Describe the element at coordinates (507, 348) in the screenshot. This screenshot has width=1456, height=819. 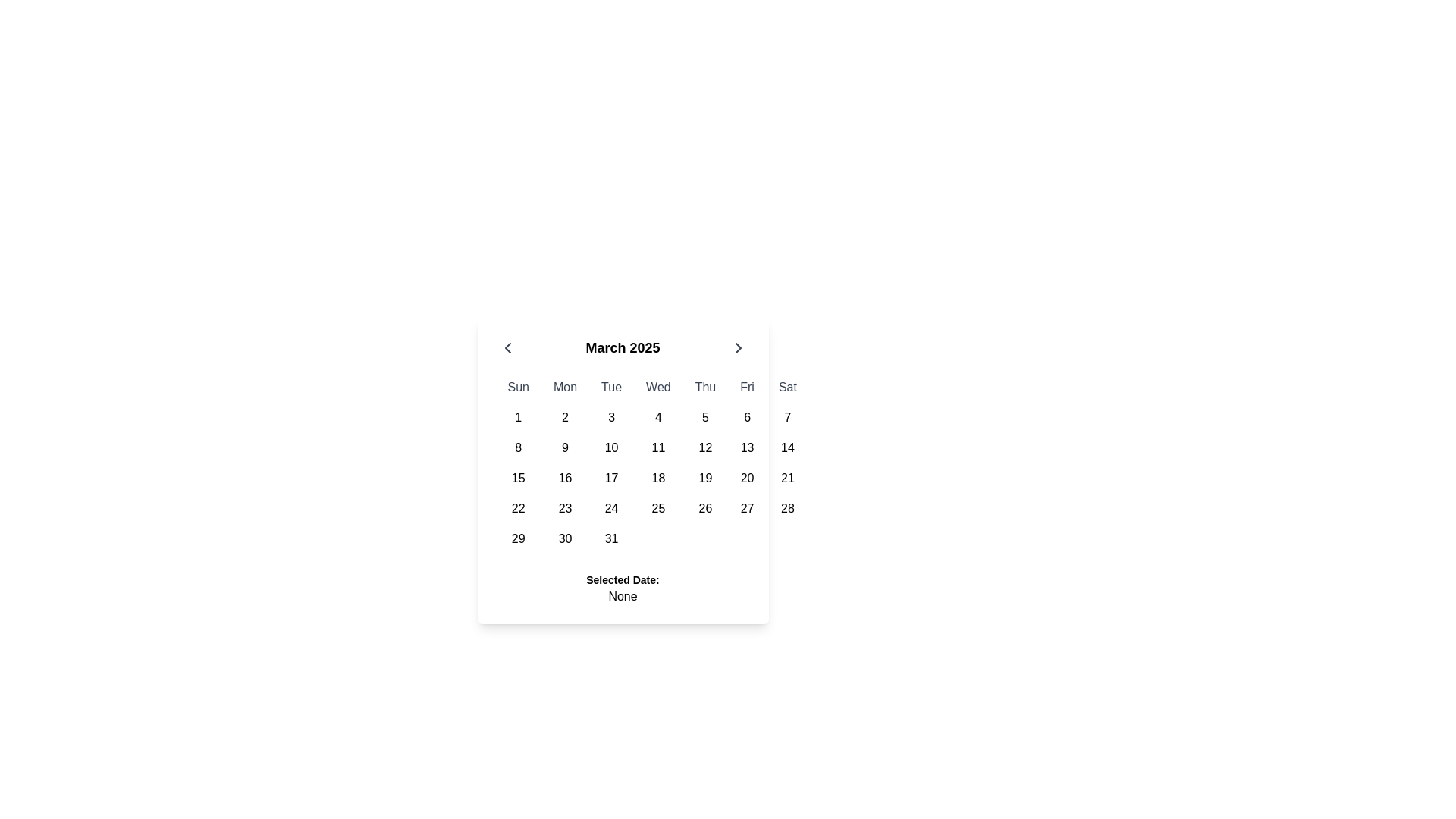
I see `the embedded left-pointing arrow icon within the chevron icon located at the top-left corner of the calendar header` at that location.